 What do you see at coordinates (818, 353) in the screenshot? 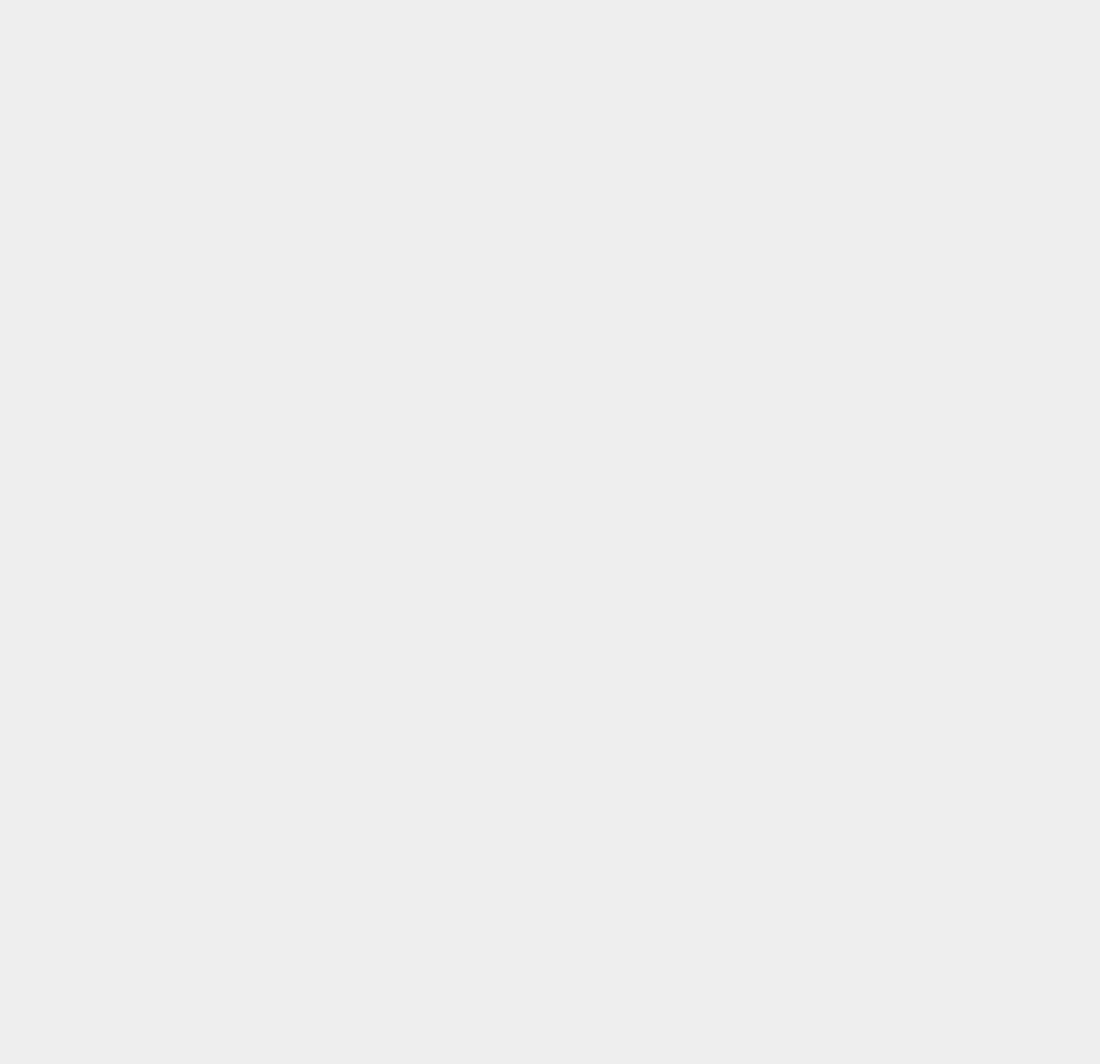
I see `'OS X 10.11.4'` at bounding box center [818, 353].